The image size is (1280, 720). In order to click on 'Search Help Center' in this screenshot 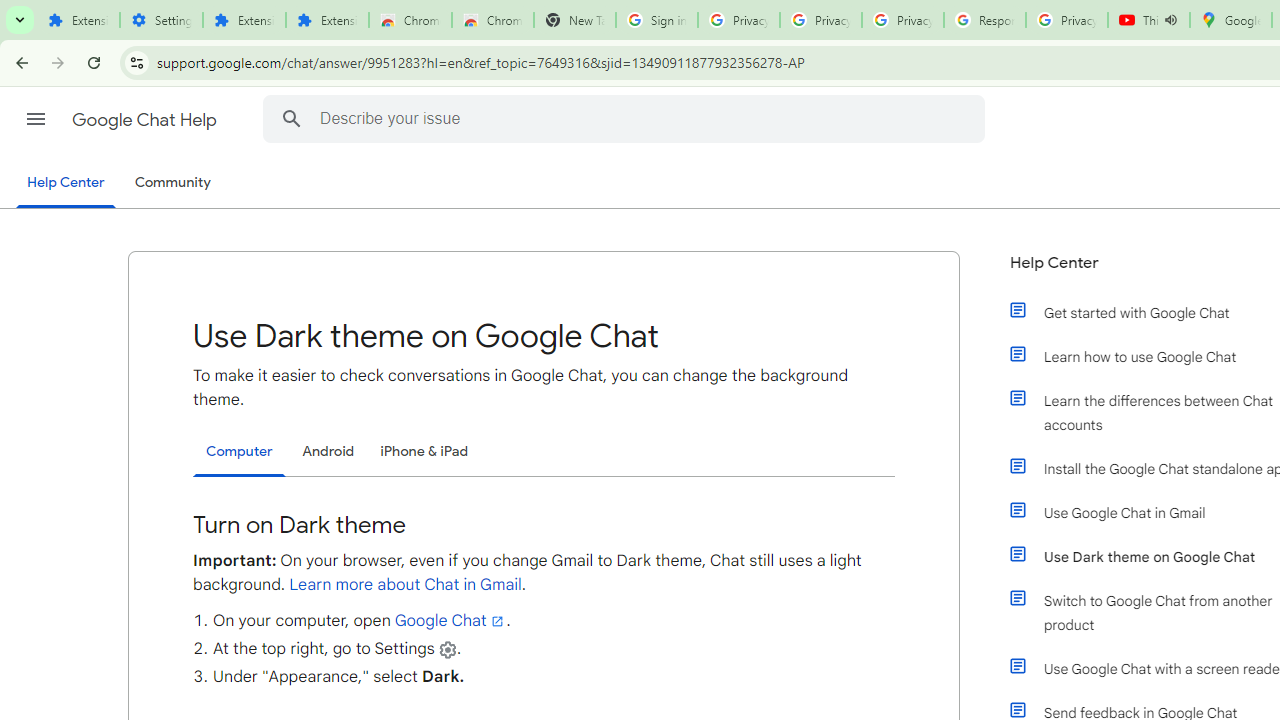, I will do `click(290, 118)`.